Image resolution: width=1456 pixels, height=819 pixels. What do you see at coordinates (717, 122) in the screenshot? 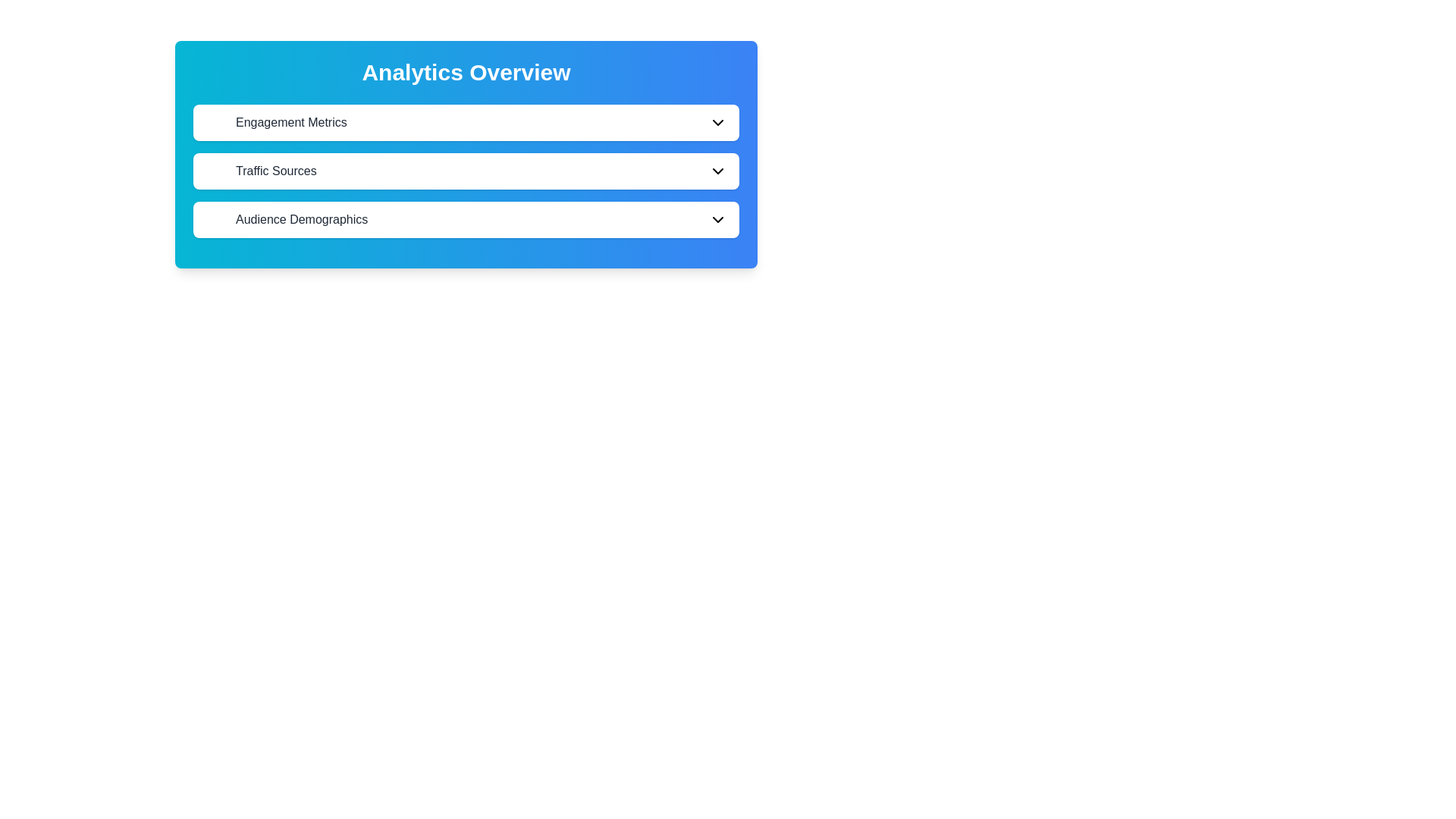
I see `the collapsible icon located at the rightmost position of the 'Engagement Metrics' section` at bounding box center [717, 122].